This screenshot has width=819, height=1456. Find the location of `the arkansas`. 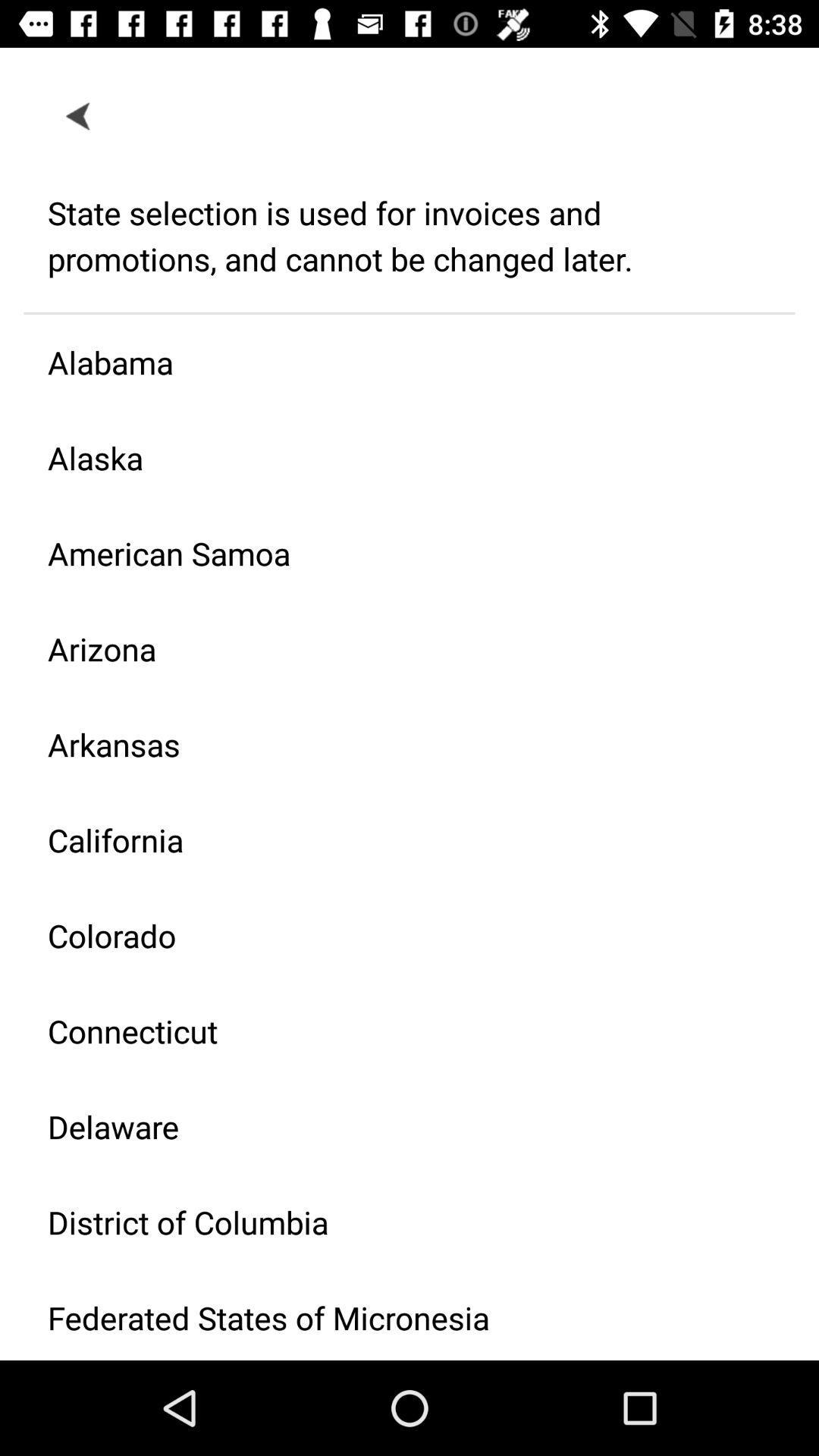

the arkansas is located at coordinates (397, 744).